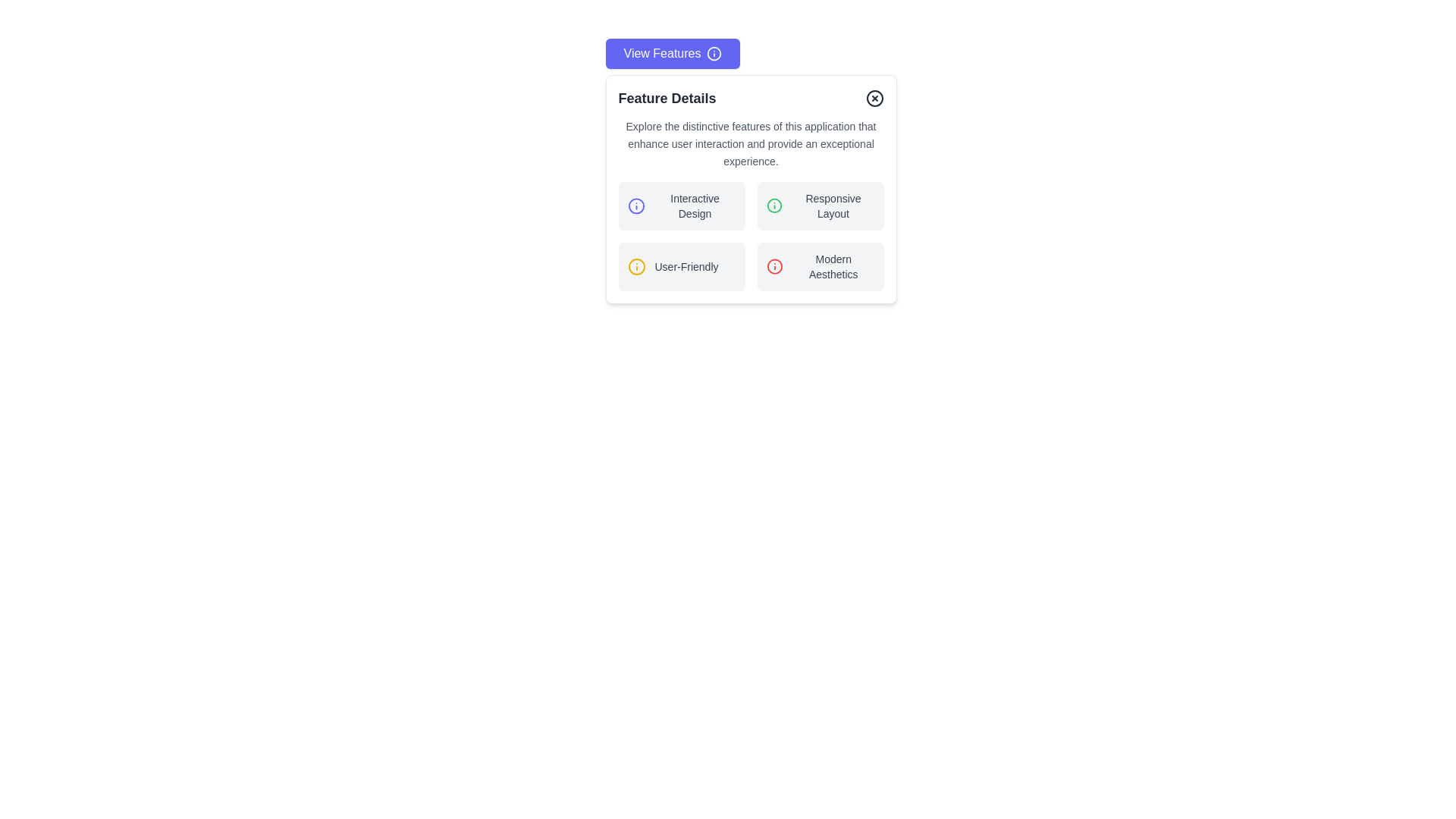 The image size is (1456, 819). I want to click on the Informational label with the icon and text reading 'User-Friendly' for accessibility navigation, so click(680, 265).